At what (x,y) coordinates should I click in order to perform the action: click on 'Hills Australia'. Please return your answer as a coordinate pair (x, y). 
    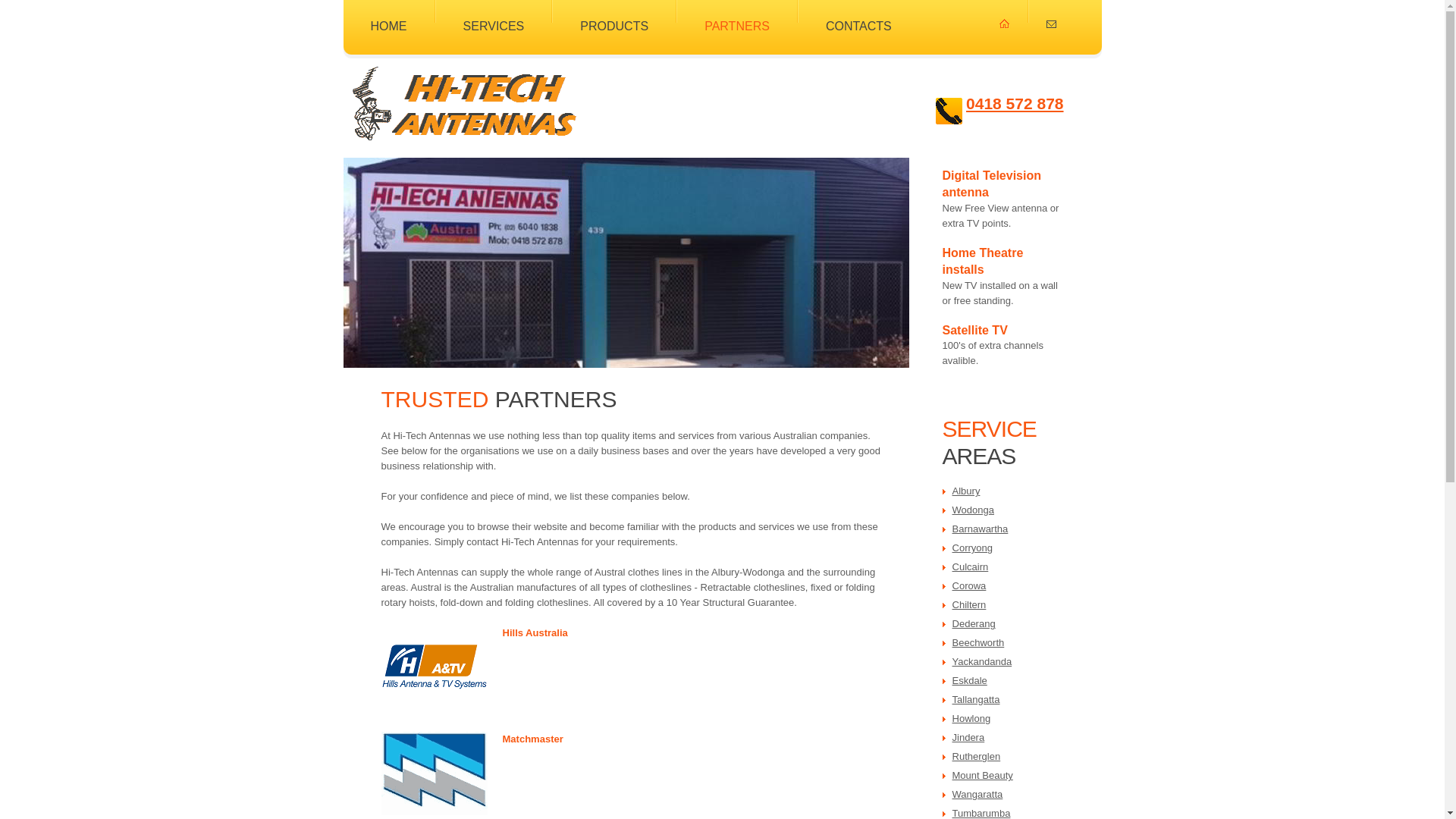
    Looking at the image, I should click on (535, 632).